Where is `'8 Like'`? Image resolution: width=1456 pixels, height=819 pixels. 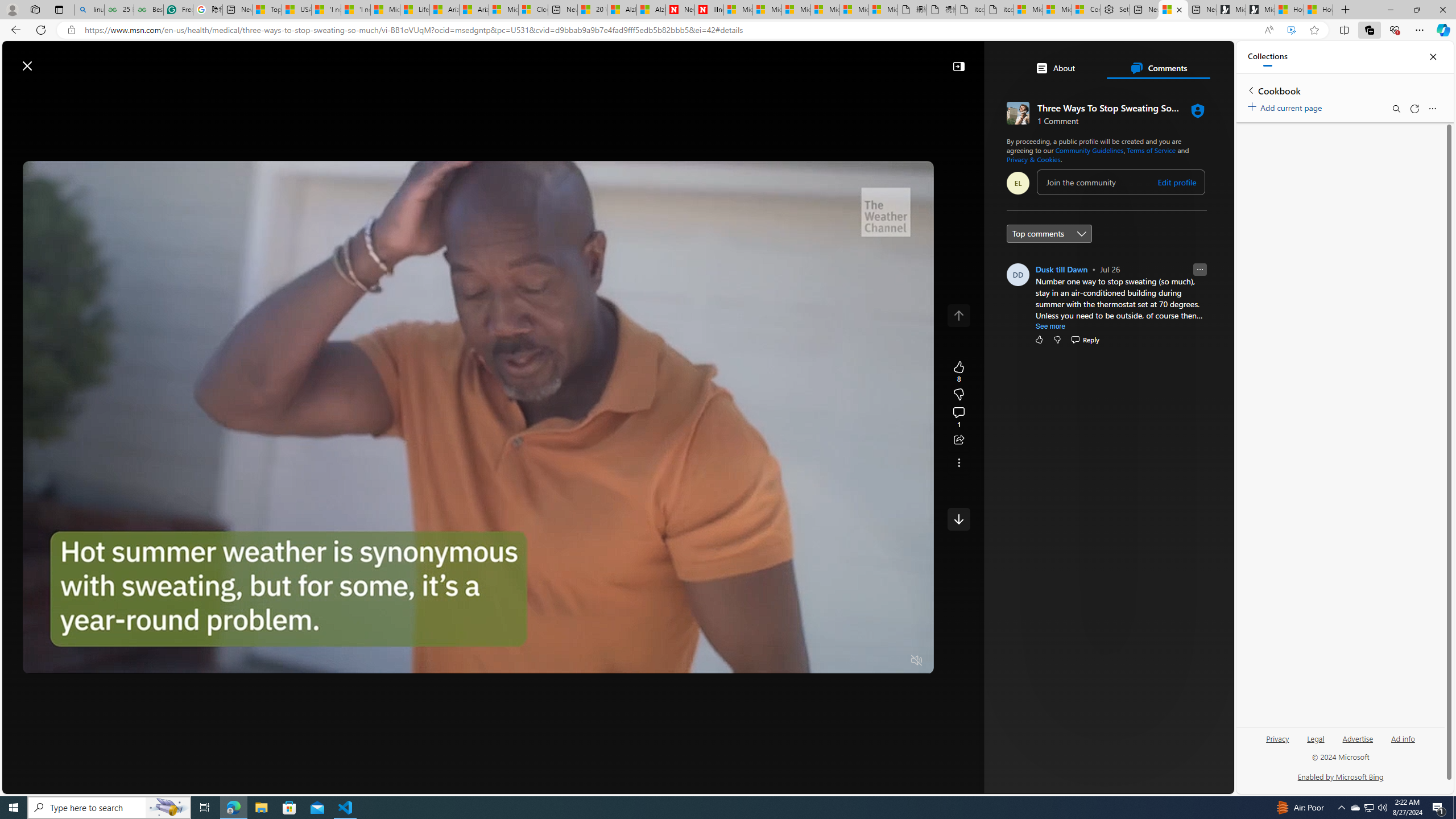 '8 Like' is located at coordinates (958, 371).